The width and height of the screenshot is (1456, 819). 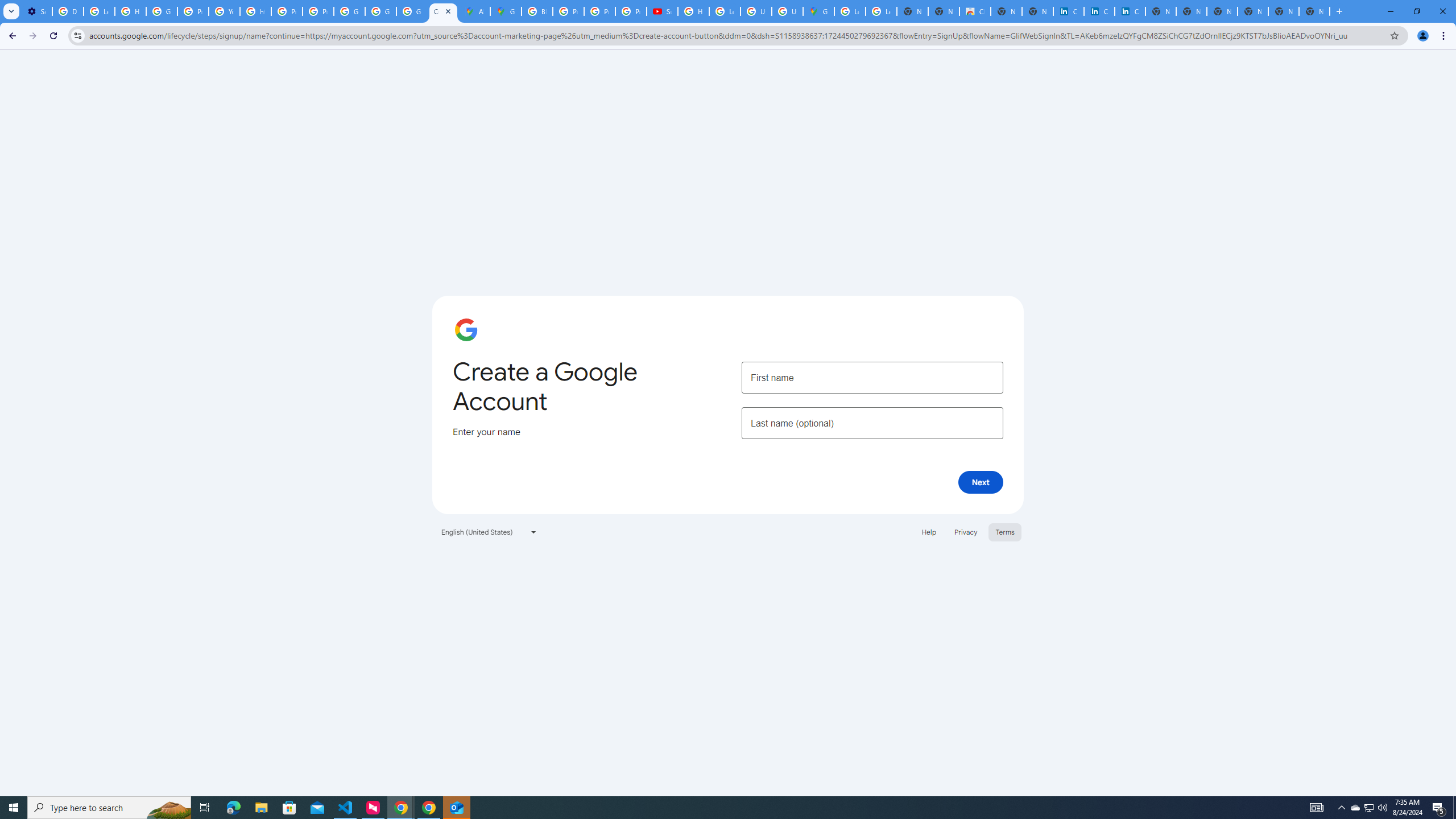 What do you see at coordinates (599, 11) in the screenshot?
I see `'Privacy Help Center - Policies Help'` at bounding box center [599, 11].